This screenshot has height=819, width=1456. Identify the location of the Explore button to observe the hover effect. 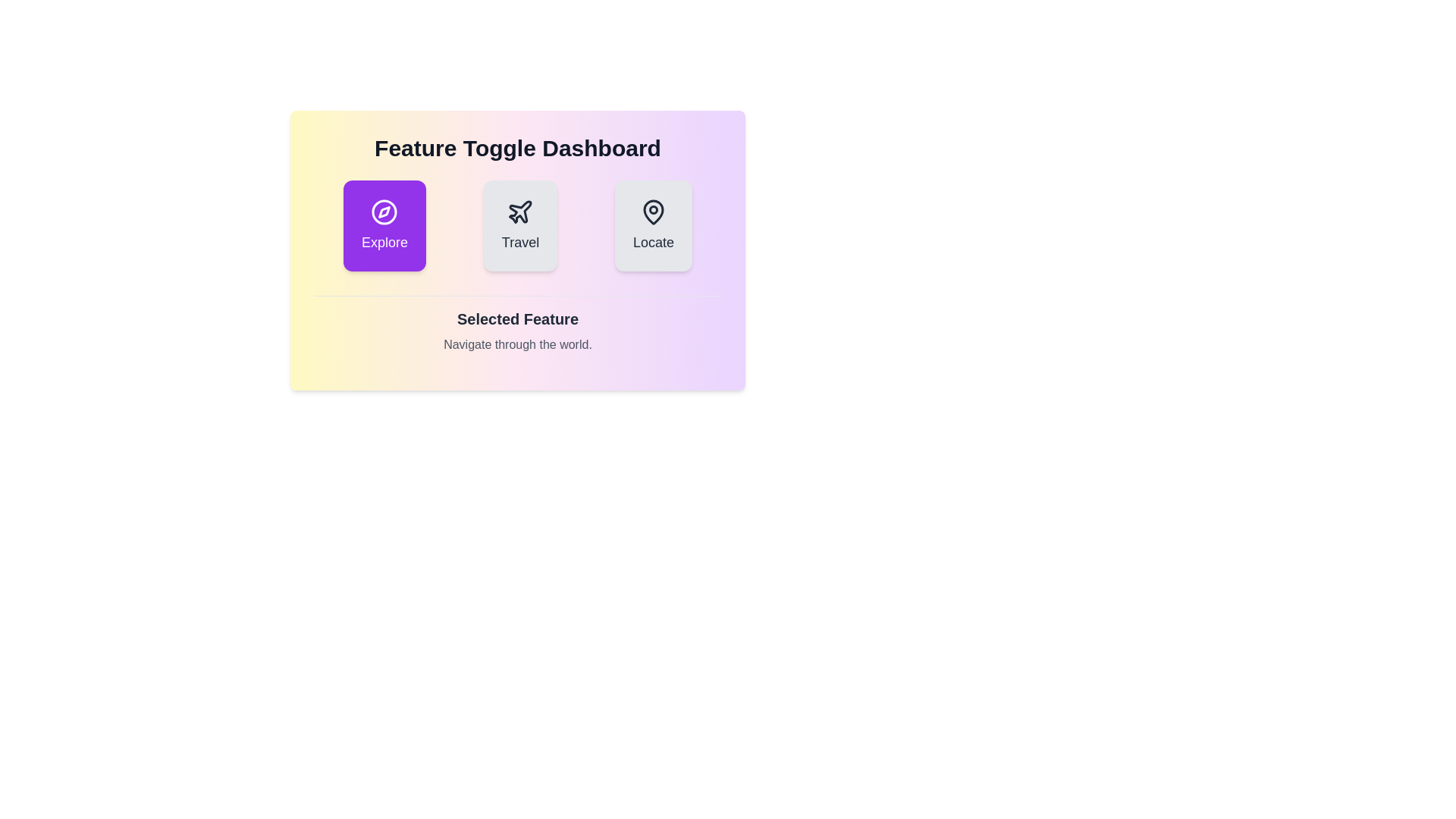
(384, 225).